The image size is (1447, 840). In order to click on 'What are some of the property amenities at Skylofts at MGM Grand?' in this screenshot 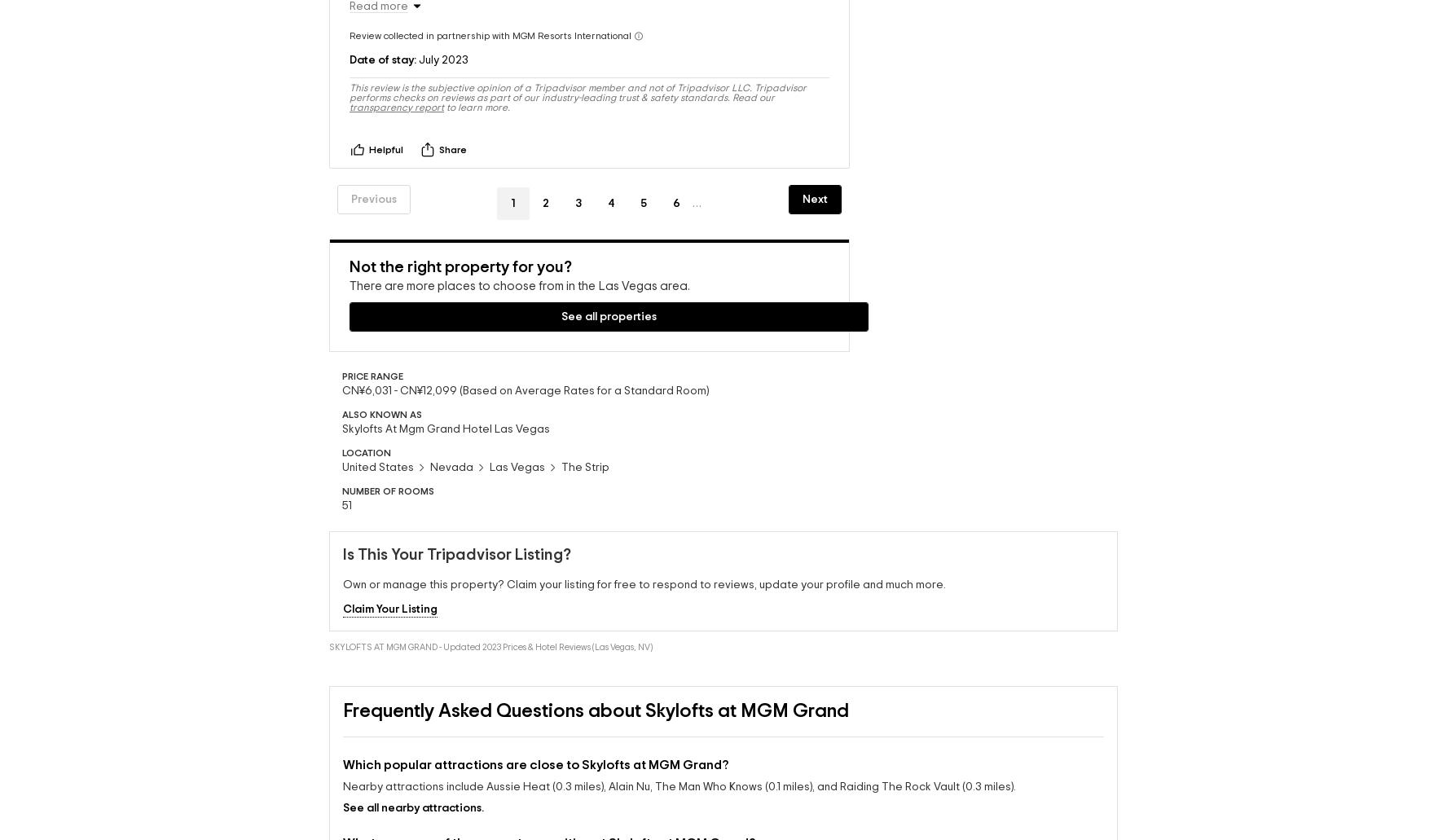, I will do `click(548, 827)`.